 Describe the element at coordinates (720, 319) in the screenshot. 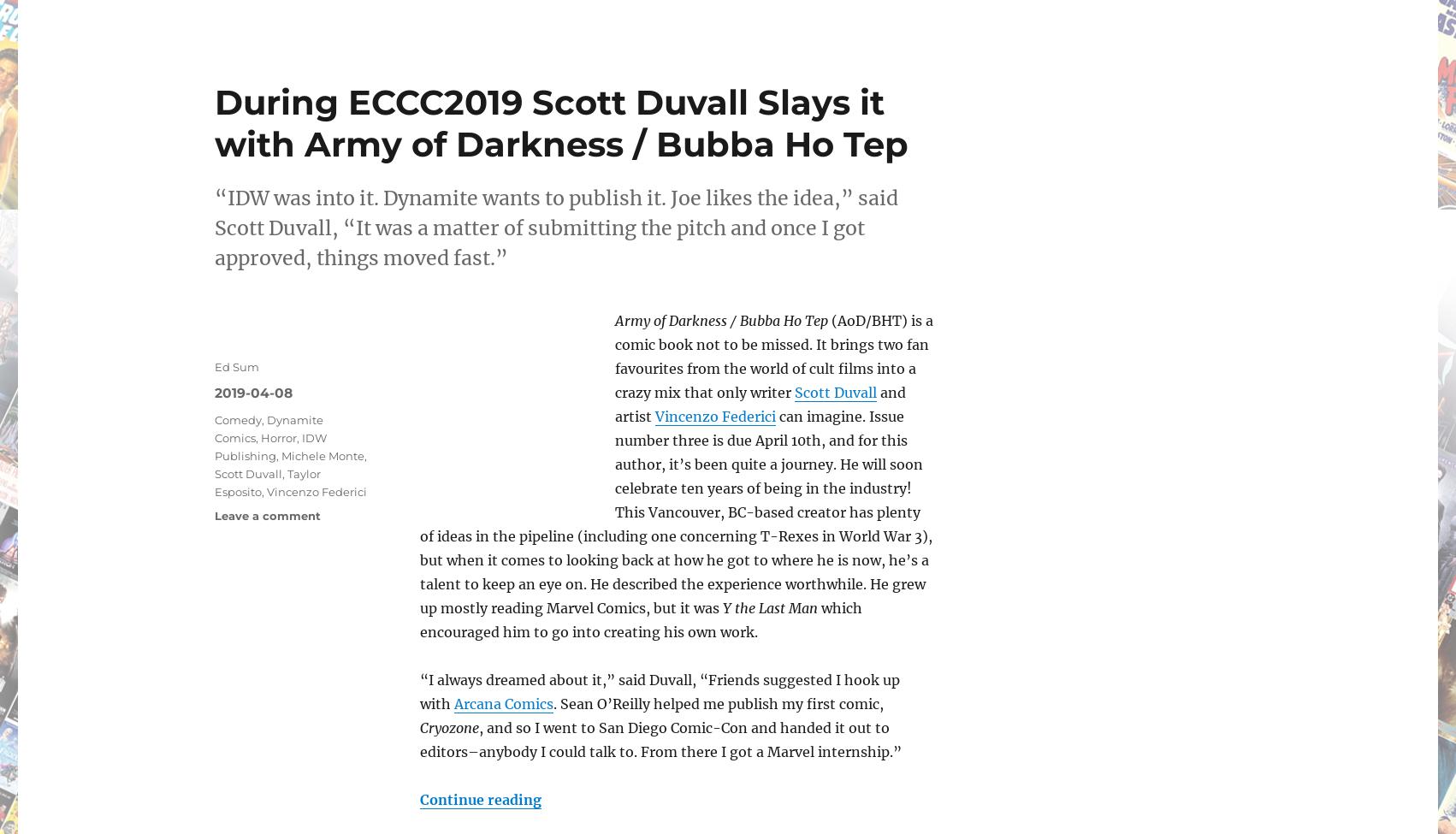

I see `'Army of Darkness / Bubba Ho Tep'` at that location.